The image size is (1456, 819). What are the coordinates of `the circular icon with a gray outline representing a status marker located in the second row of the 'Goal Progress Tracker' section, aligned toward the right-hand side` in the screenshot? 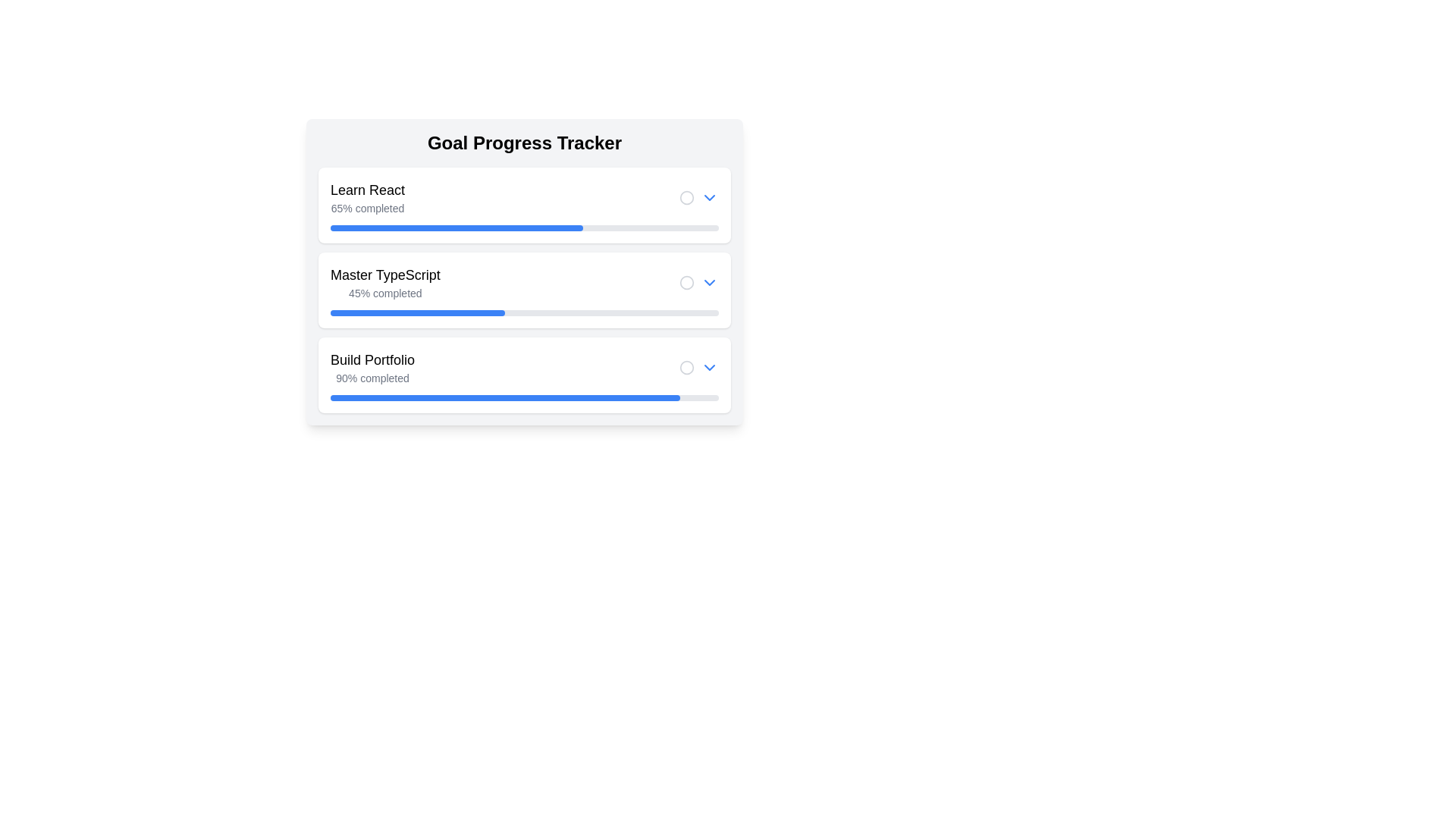 It's located at (686, 283).